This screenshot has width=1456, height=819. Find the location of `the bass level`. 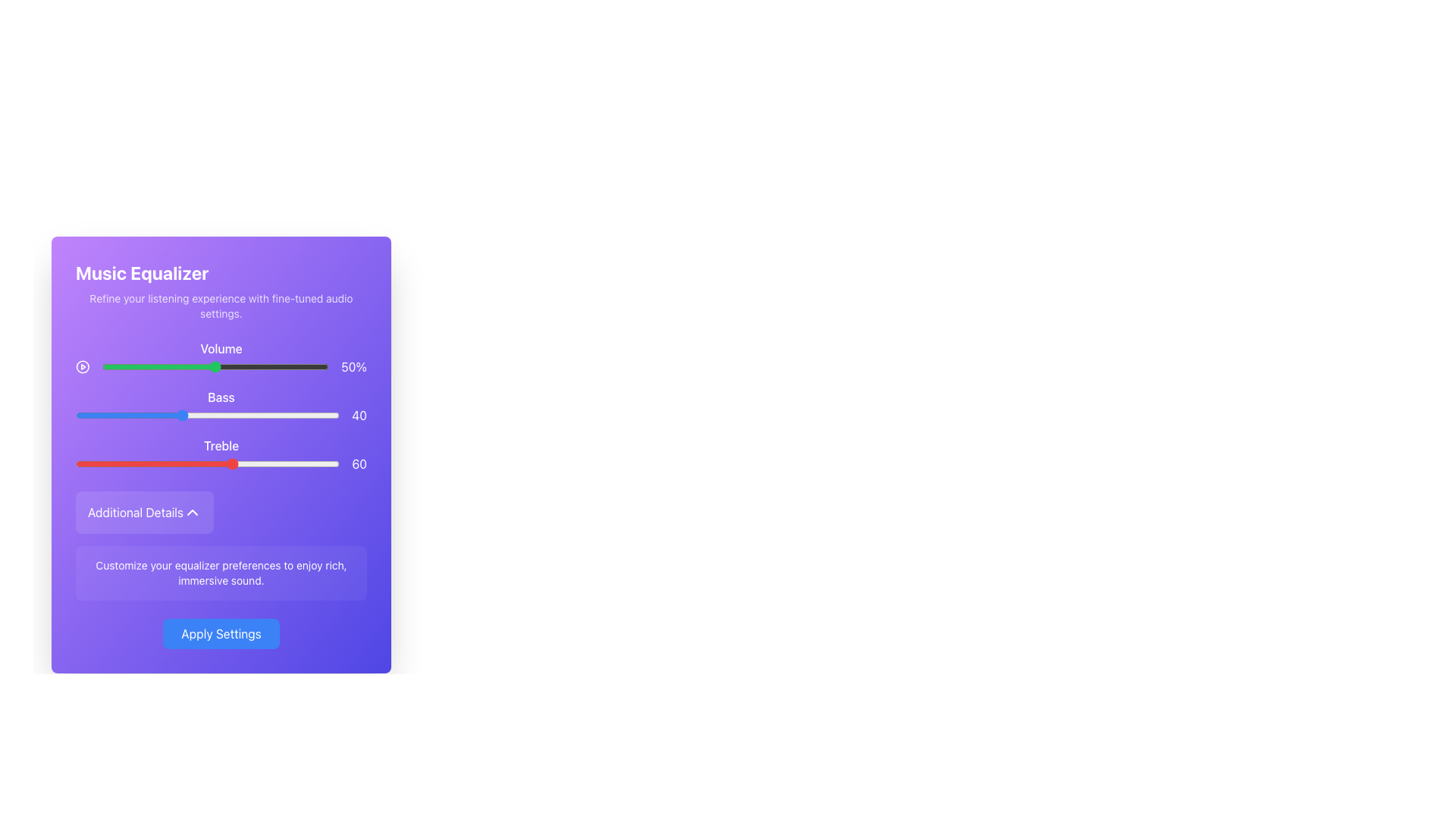

the bass level is located at coordinates (303, 415).